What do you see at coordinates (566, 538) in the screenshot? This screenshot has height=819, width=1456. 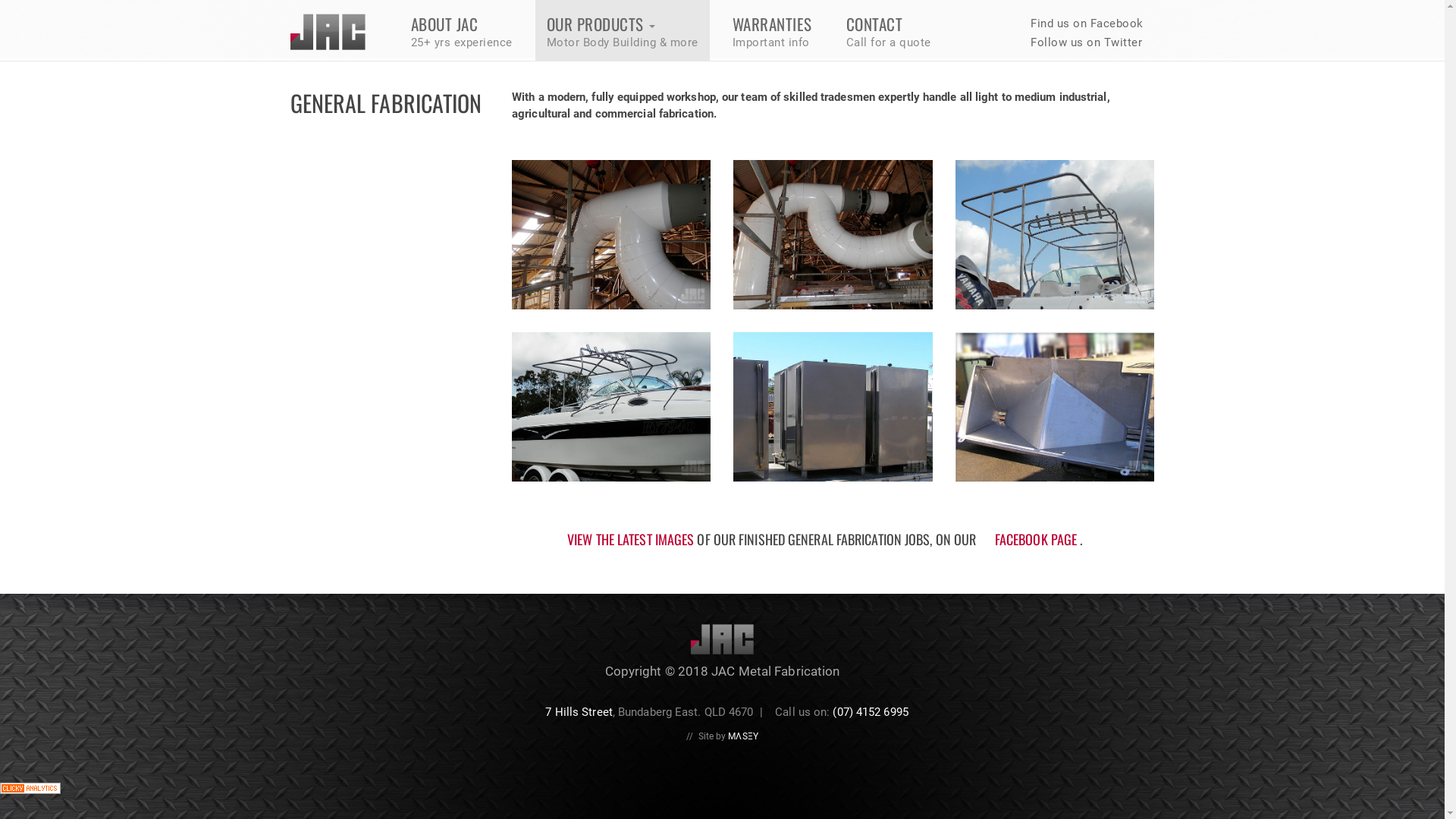 I see `'VIEW THE LATEST IMAGES'` at bounding box center [566, 538].